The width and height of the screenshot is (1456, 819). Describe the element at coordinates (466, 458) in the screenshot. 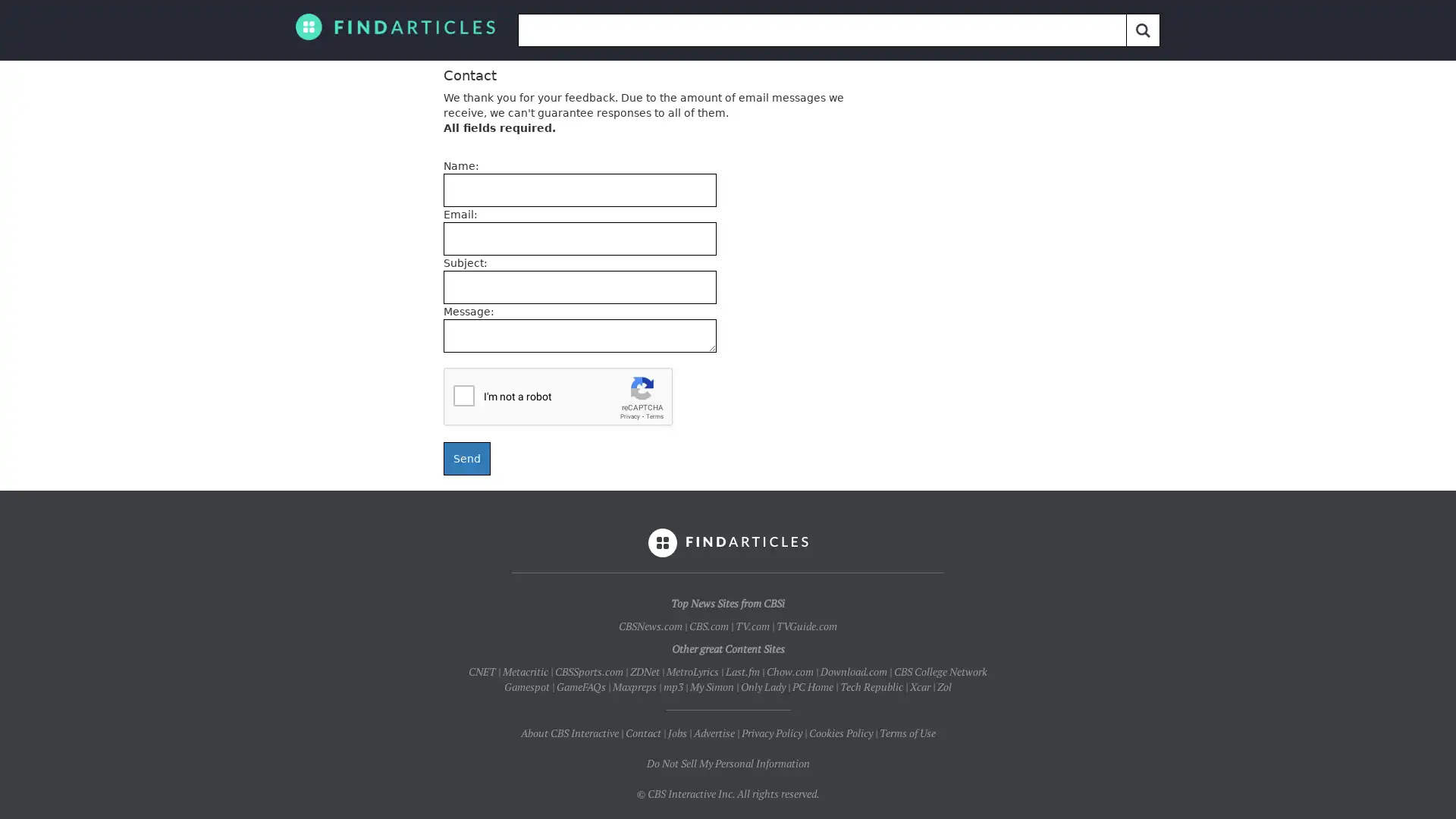

I see `Send` at that location.